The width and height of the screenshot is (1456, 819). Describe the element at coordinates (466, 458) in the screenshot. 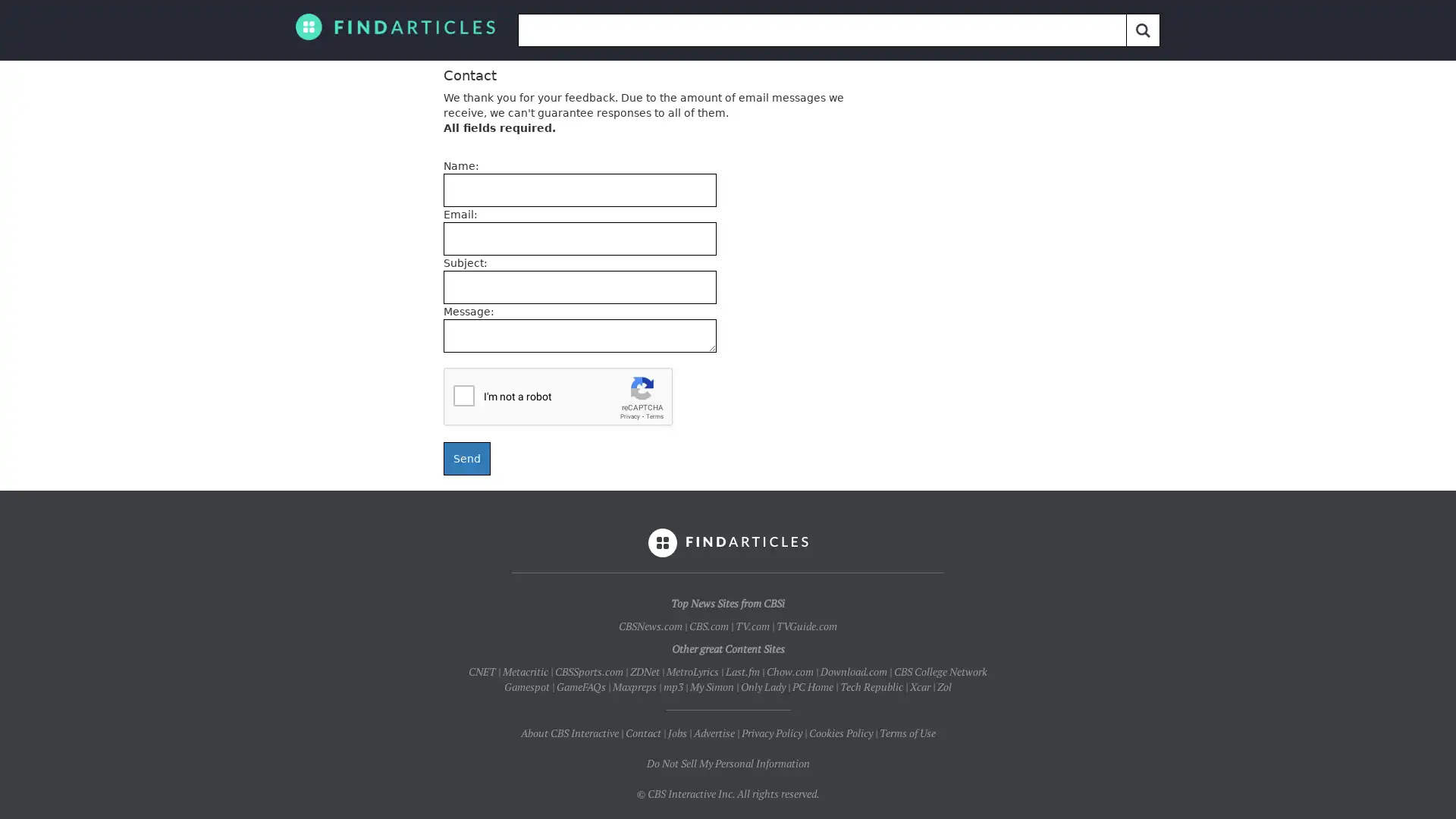

I see `Send` at that location.